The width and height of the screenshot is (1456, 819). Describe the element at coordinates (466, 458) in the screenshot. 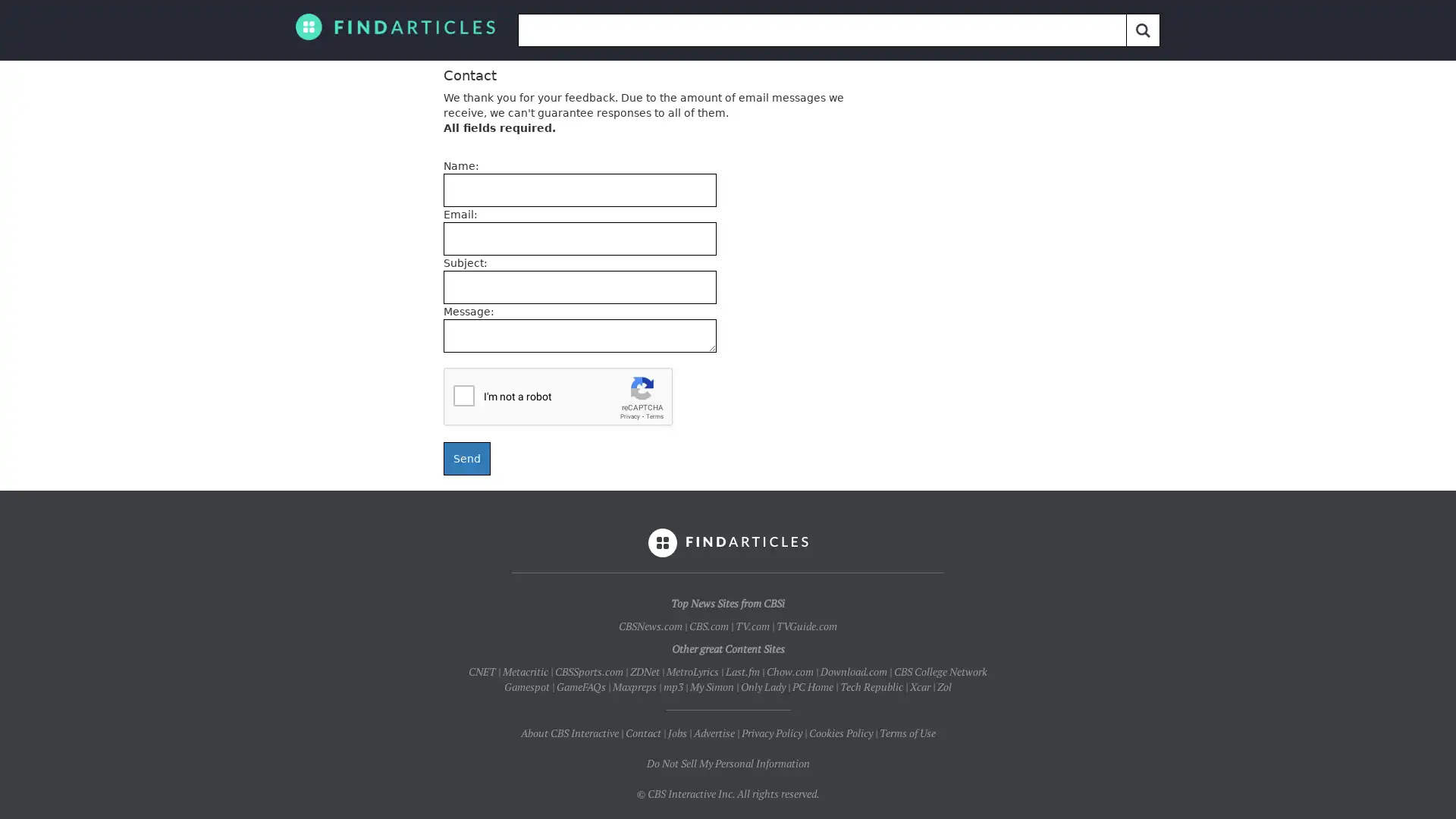

I see `Send` at that location.